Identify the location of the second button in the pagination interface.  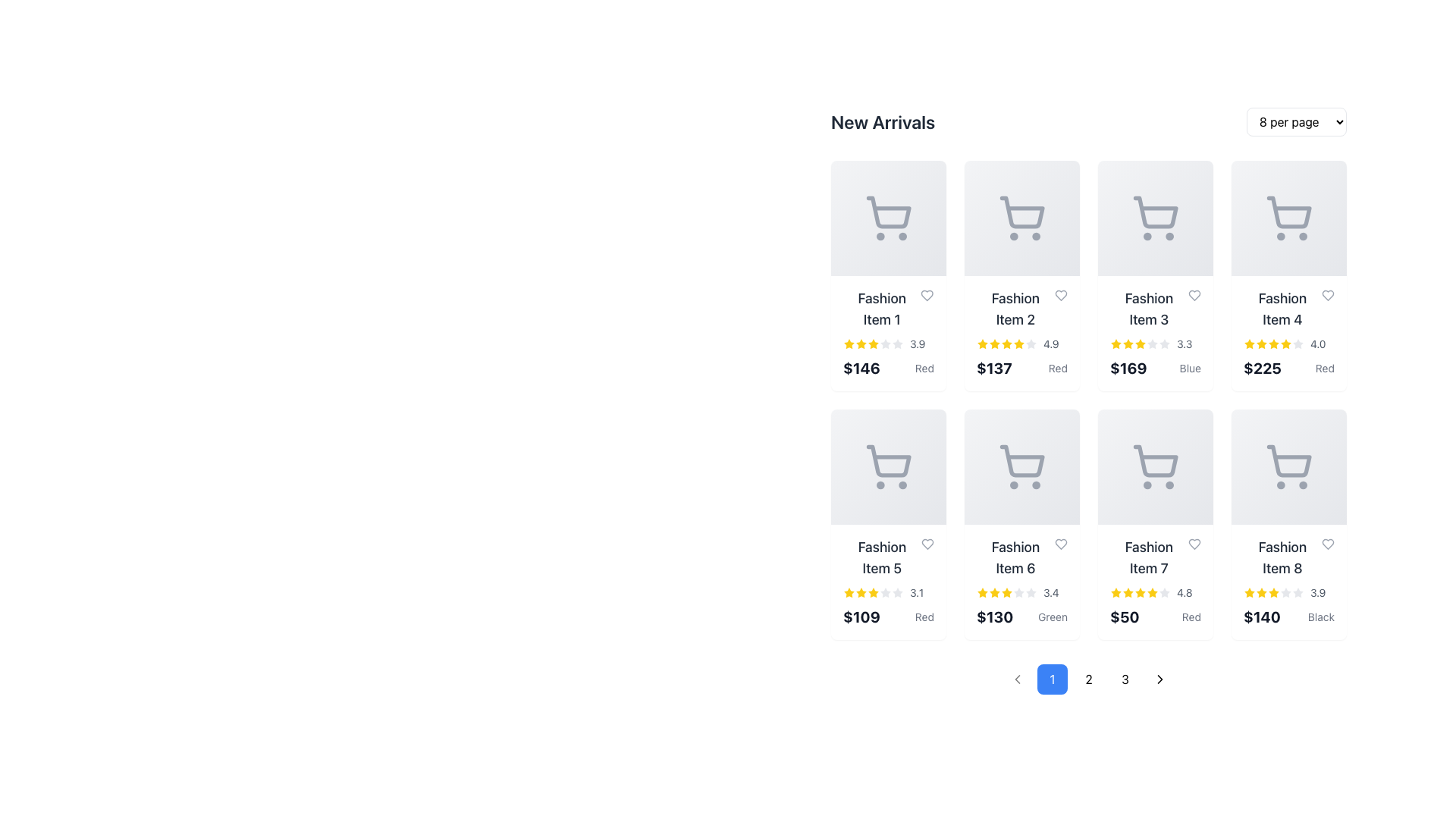
(1087, 678).